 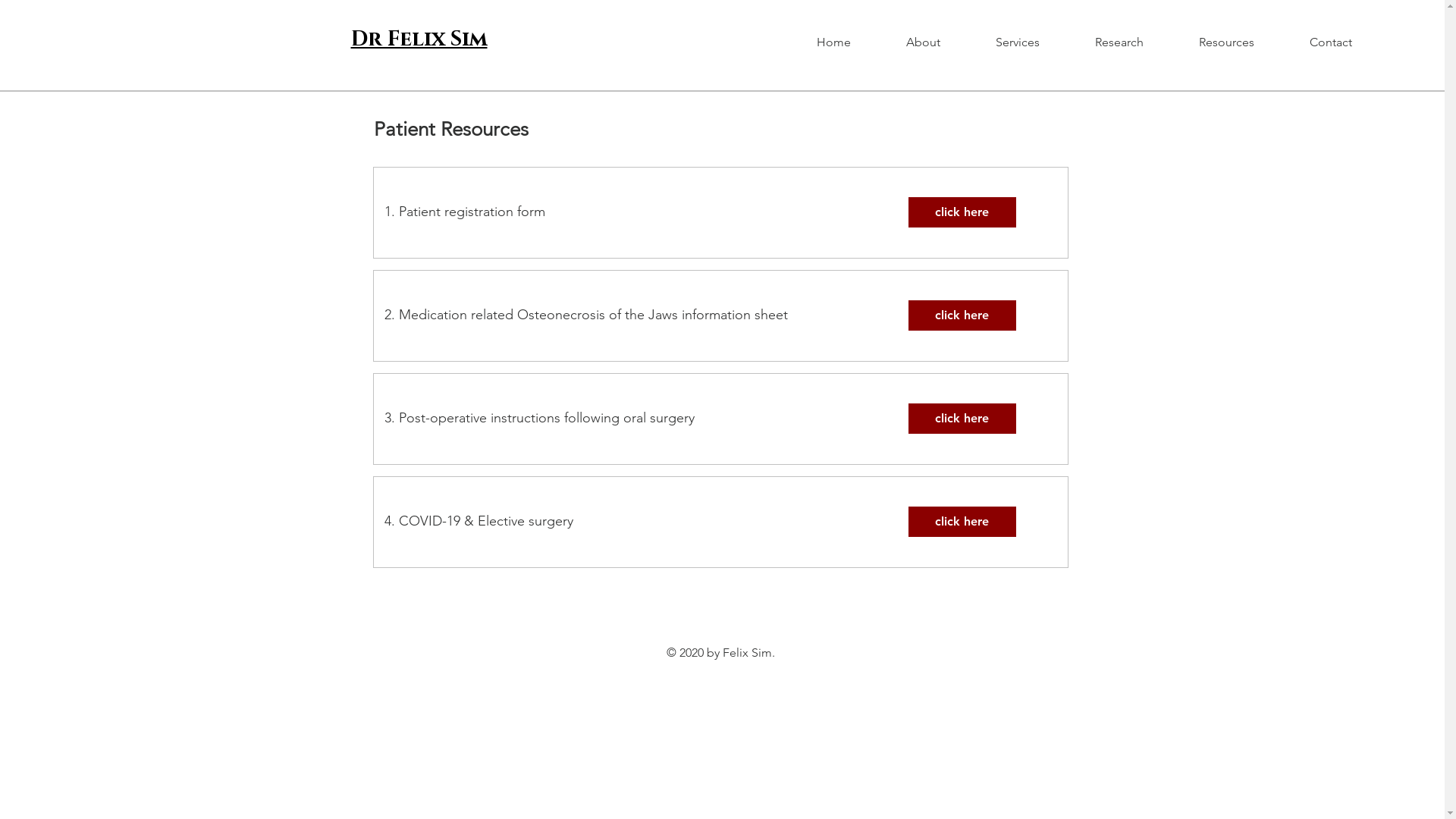 I want to click on 'Contact', so click(x=1347, y=42).